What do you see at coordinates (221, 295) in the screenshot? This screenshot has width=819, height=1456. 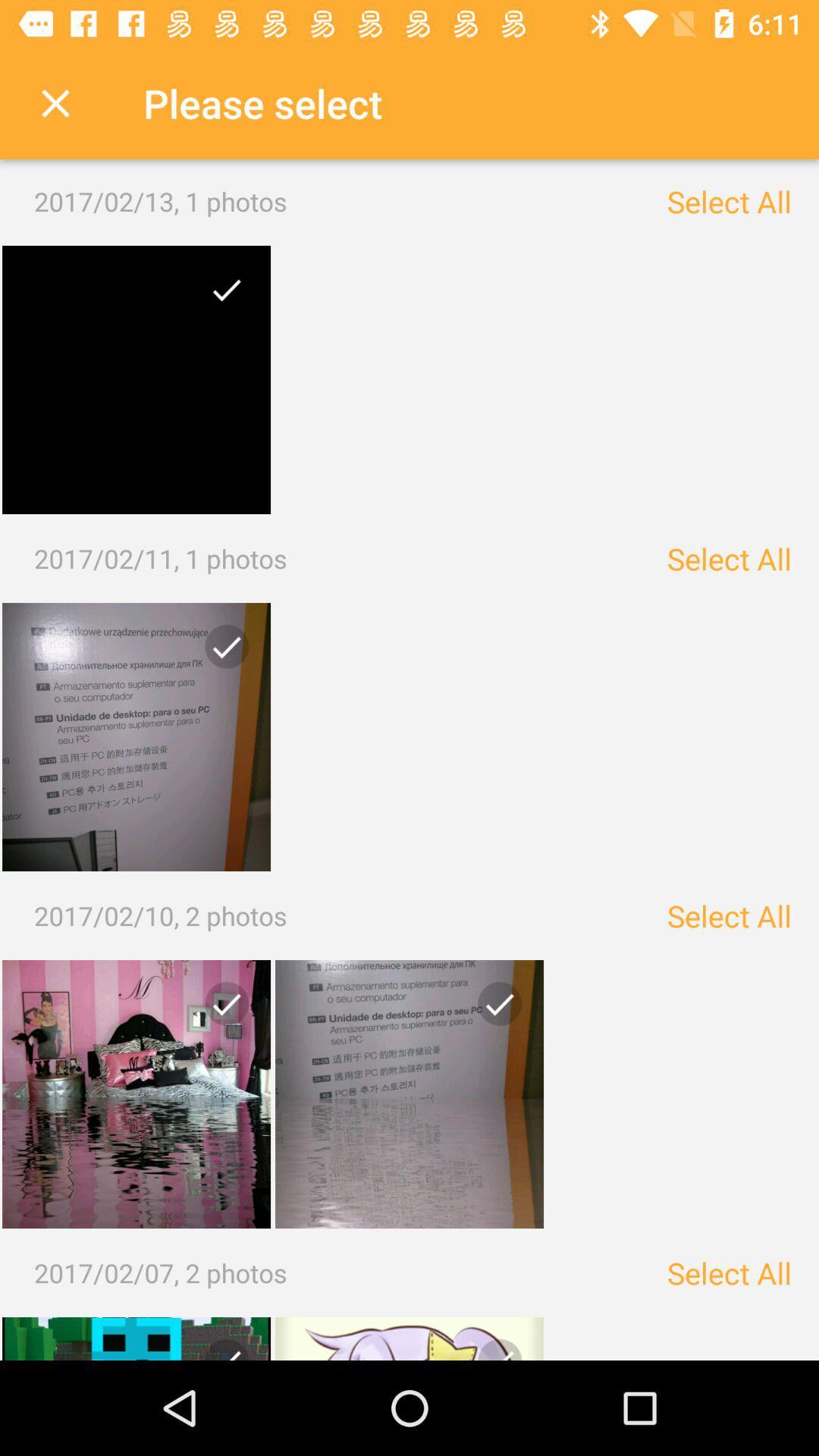 I see `select/ de-select the image` at bounding box center [221, 295].